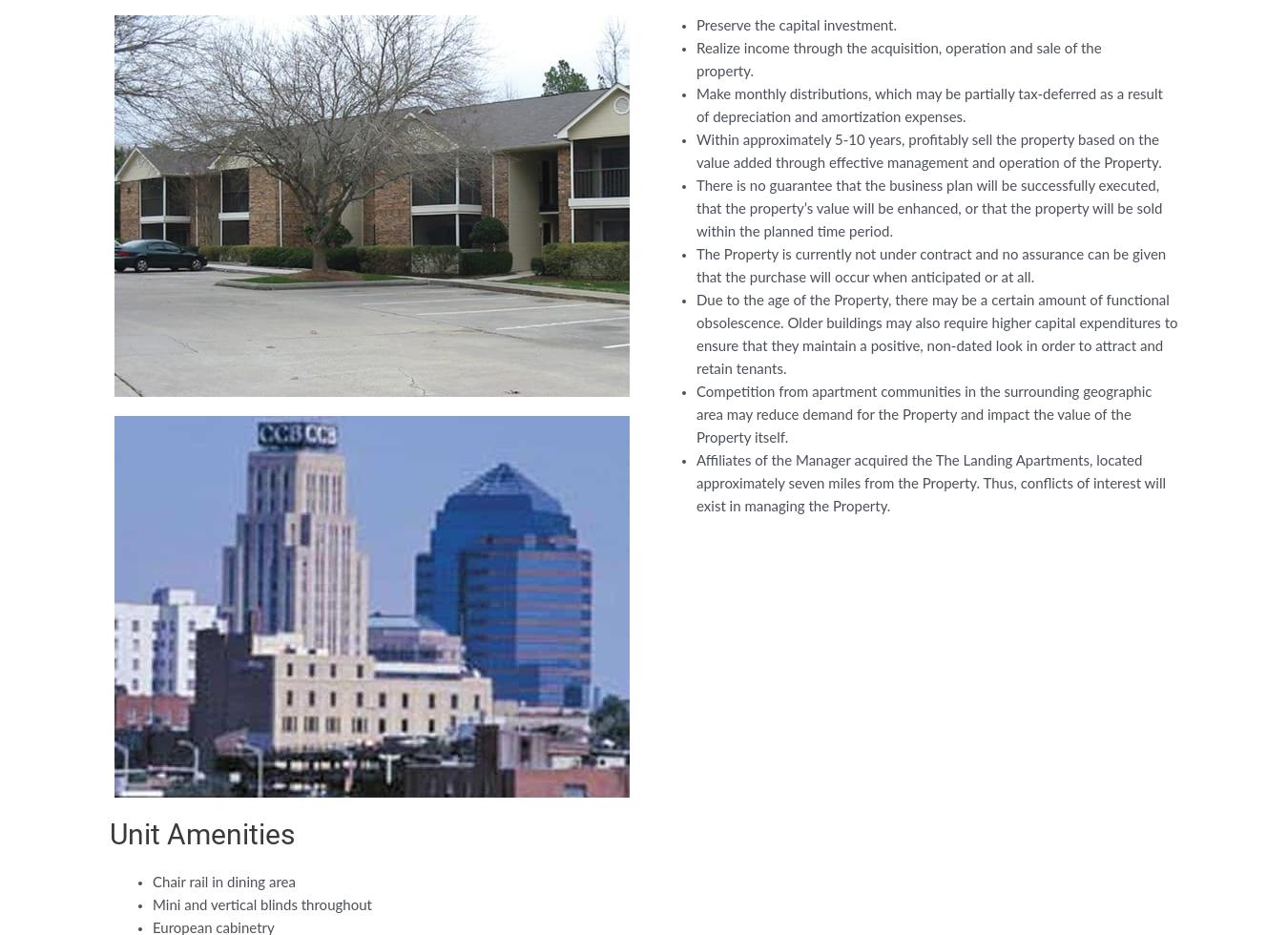 This screenshot has width=1288, height=935. I want to click on 'property.', so click(723, 72).